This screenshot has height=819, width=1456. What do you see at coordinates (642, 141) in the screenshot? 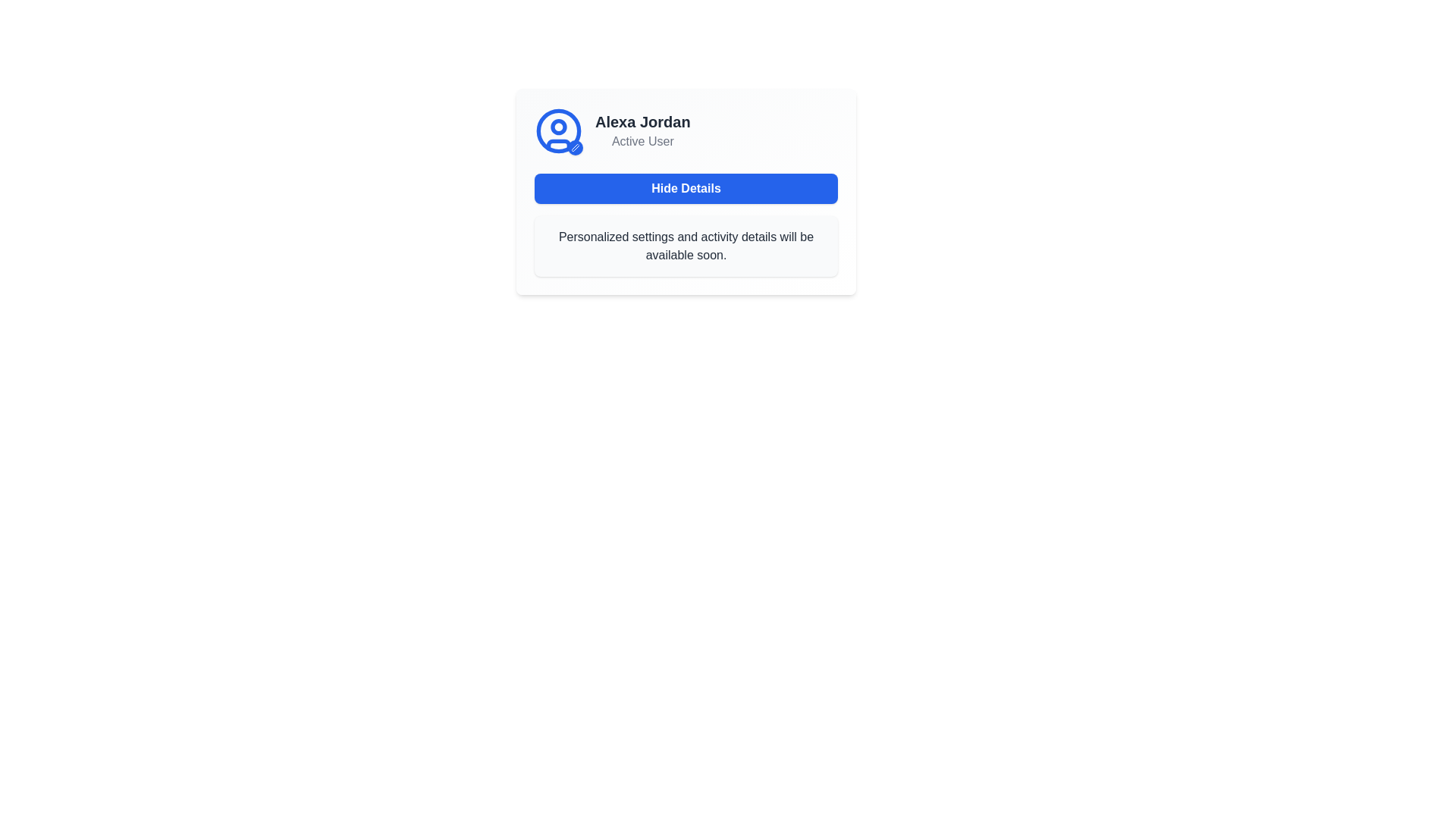
I see `text label 'Active User' which is styled in gray, located below the name 'Alexa Jordan' within the profile section` at bounding box center [642, 141].